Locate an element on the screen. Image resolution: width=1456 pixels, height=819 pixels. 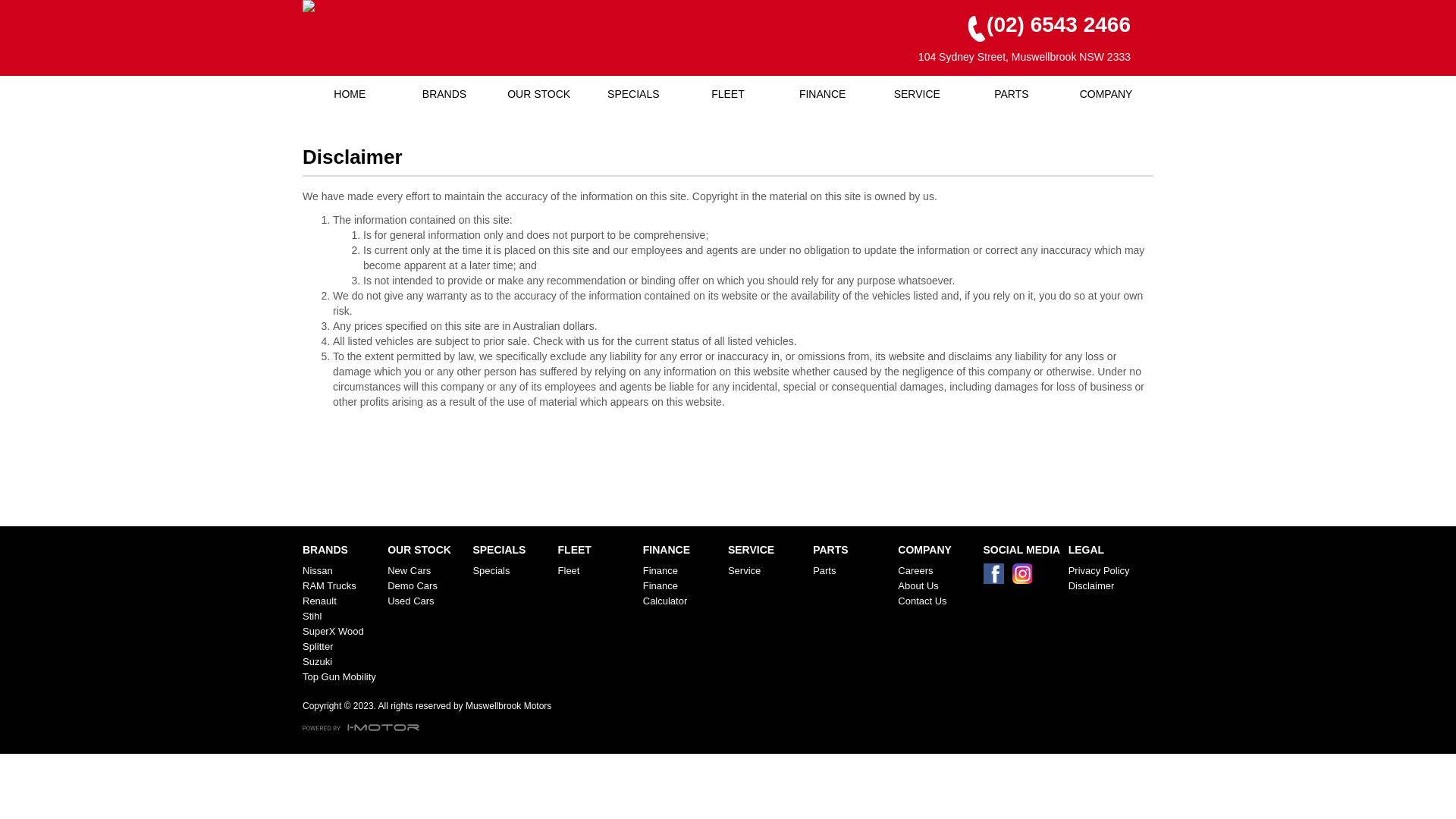
'Nissan' is located at coordinates (341, 570).